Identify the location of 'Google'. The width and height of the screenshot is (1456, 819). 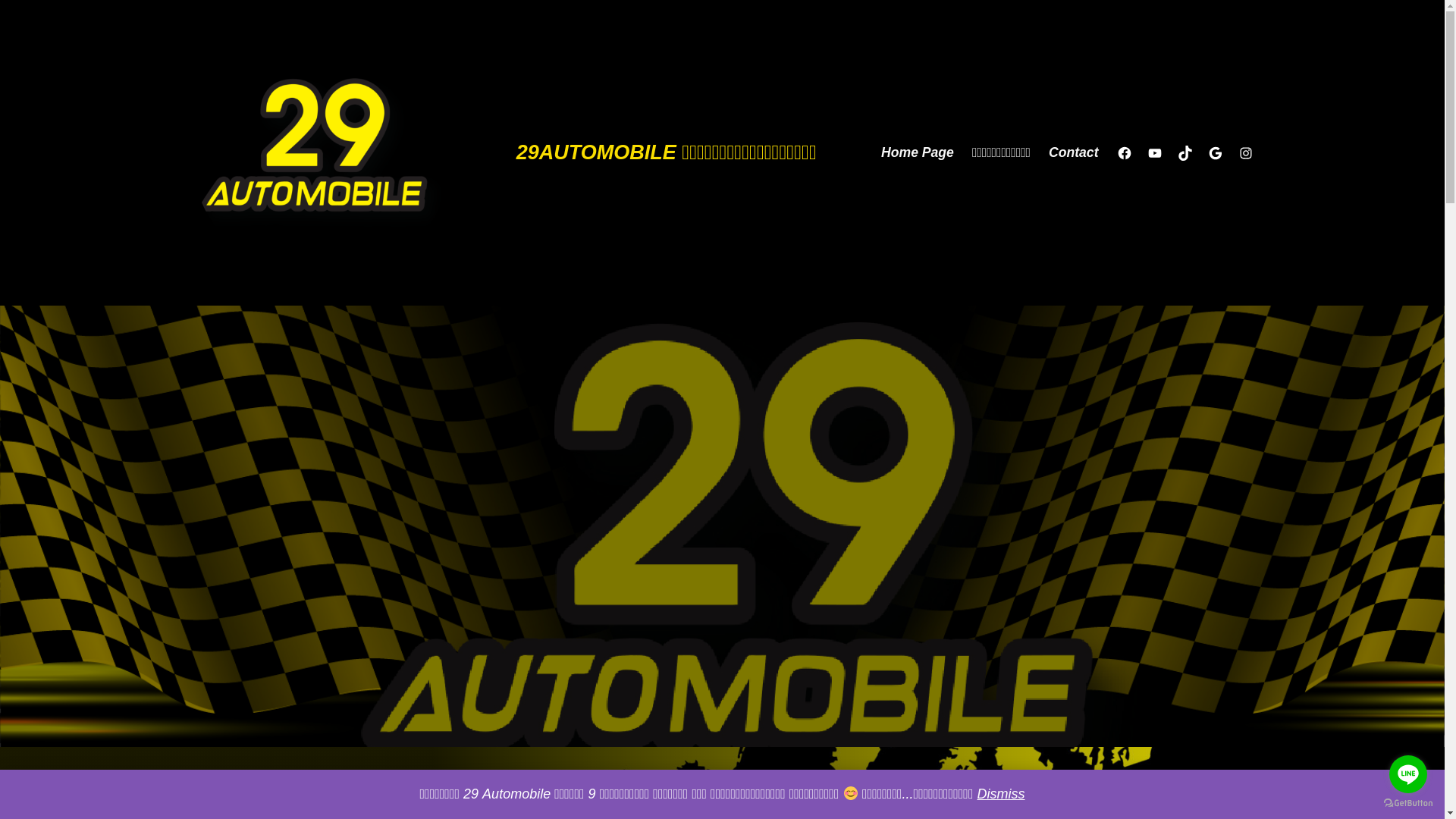
(1207, 152).